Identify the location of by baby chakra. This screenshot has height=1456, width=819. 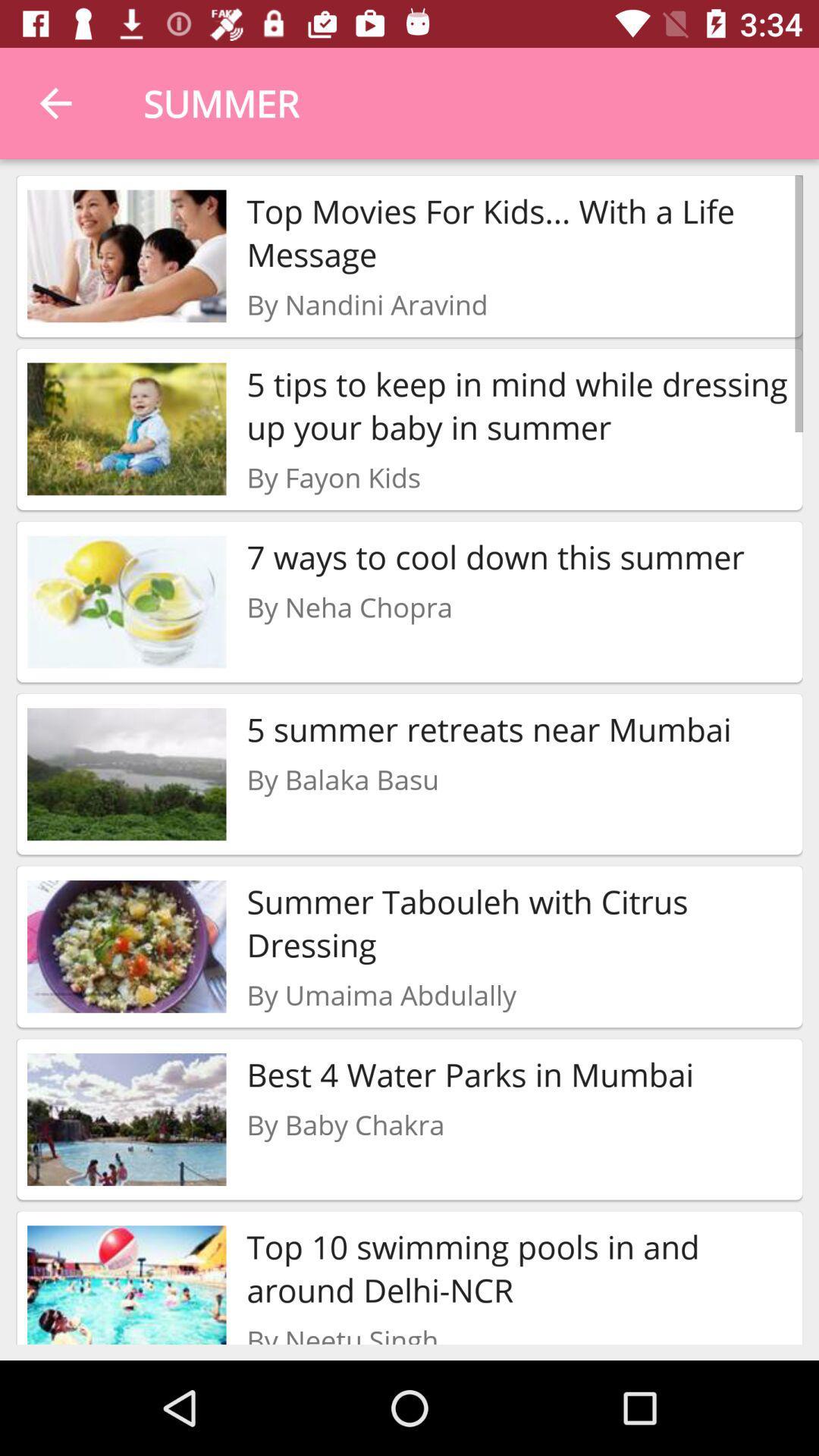
(345, 1125).